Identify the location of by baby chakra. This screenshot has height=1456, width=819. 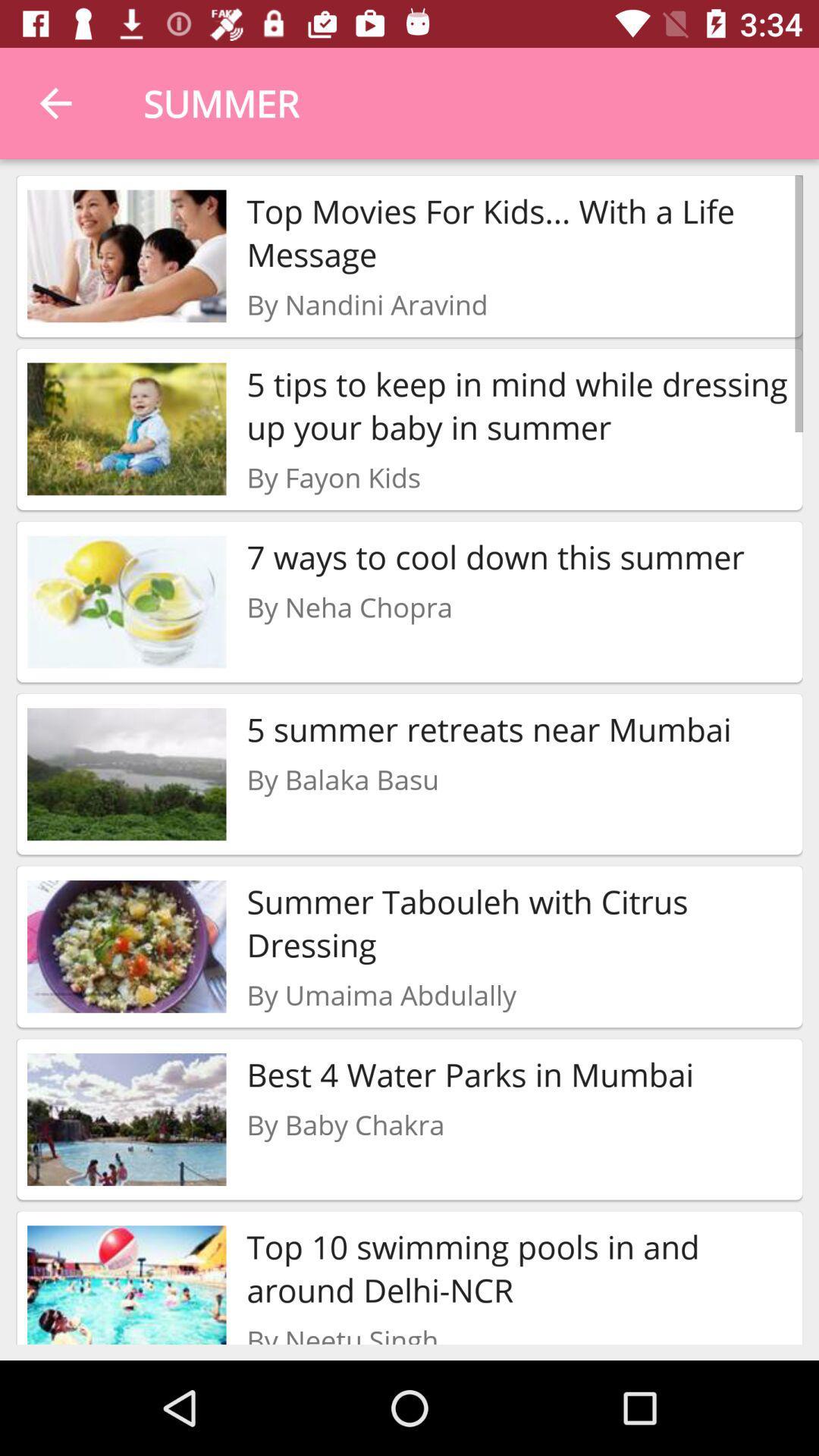
(345, 1125).